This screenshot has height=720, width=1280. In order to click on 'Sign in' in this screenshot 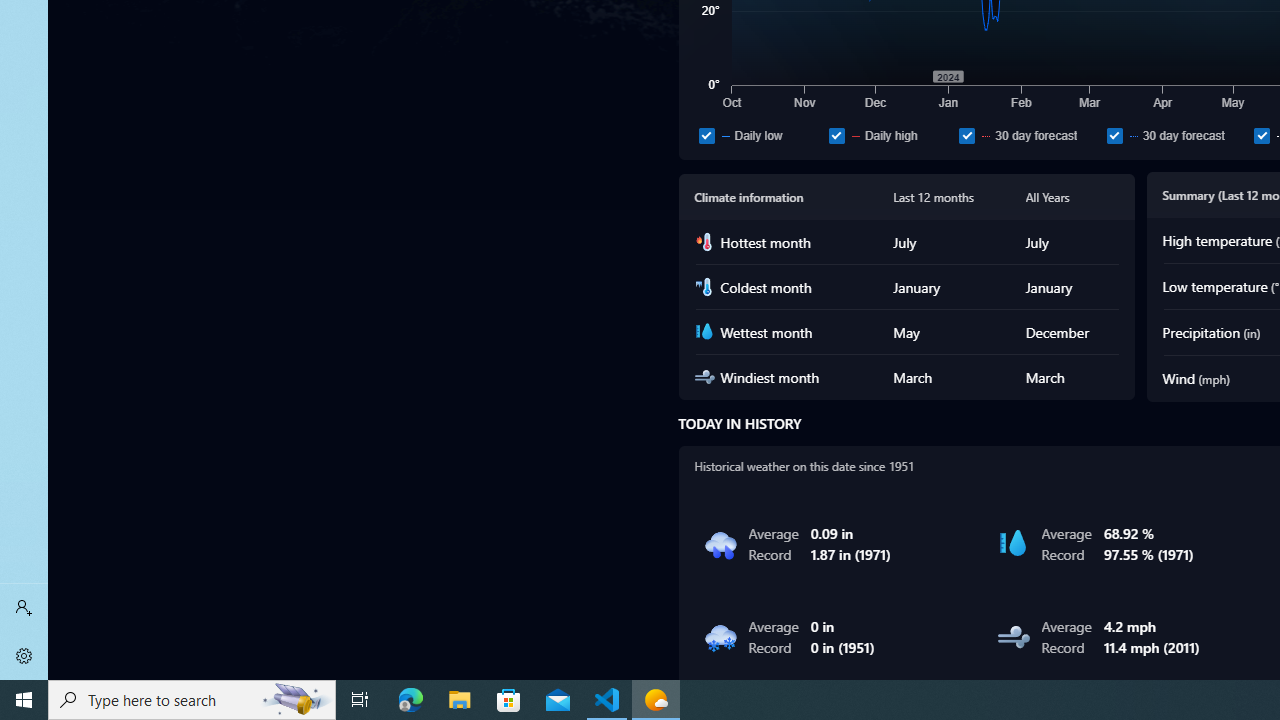, I will do `click(24, 607)`.